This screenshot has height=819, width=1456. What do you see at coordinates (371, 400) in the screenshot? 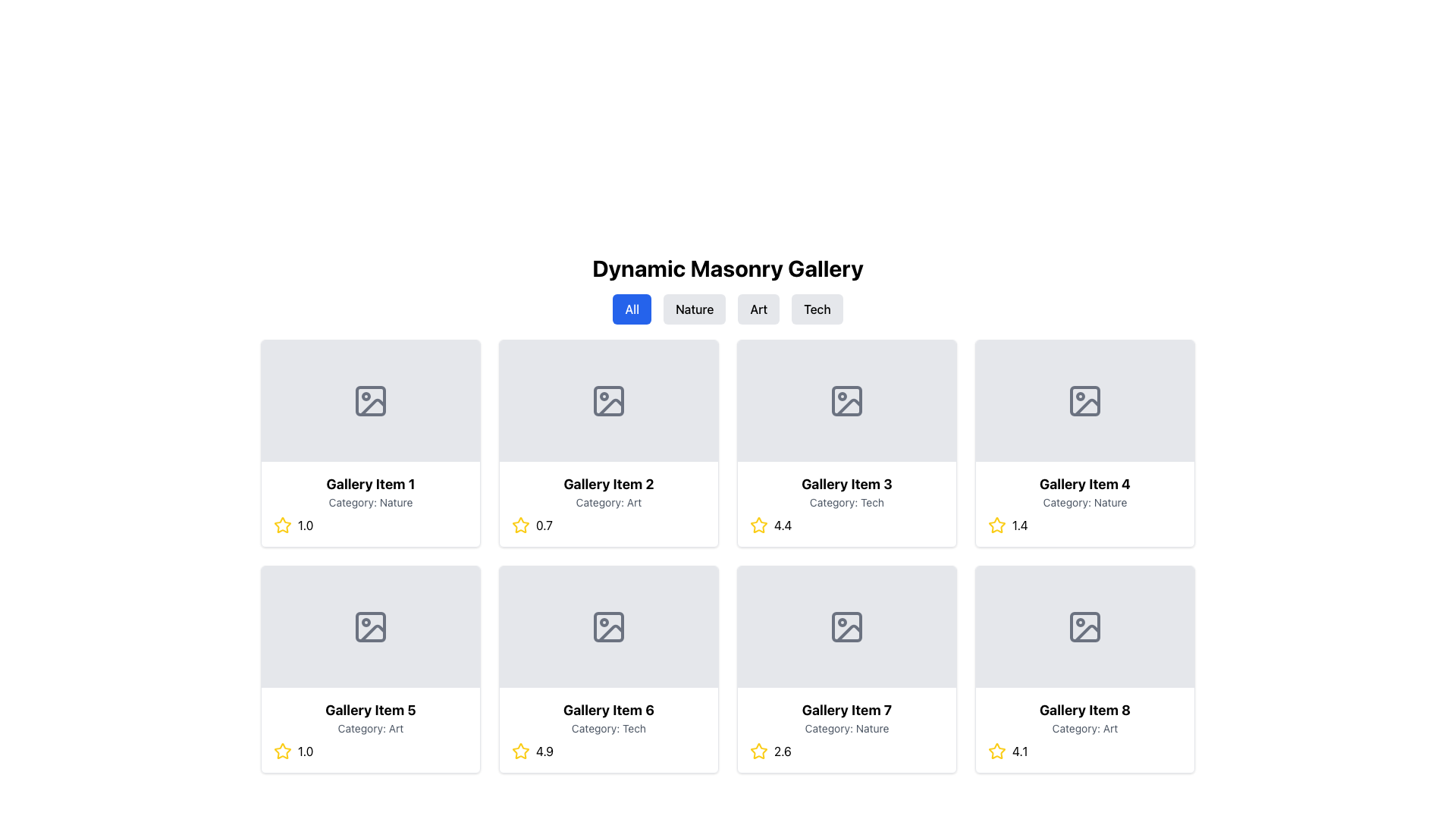
I see `the icon representing an image, which is located at the center of the top-left card labeled 'Gallery Item 1' in a grid layout of gallery items` at bounding box center [371, 400].